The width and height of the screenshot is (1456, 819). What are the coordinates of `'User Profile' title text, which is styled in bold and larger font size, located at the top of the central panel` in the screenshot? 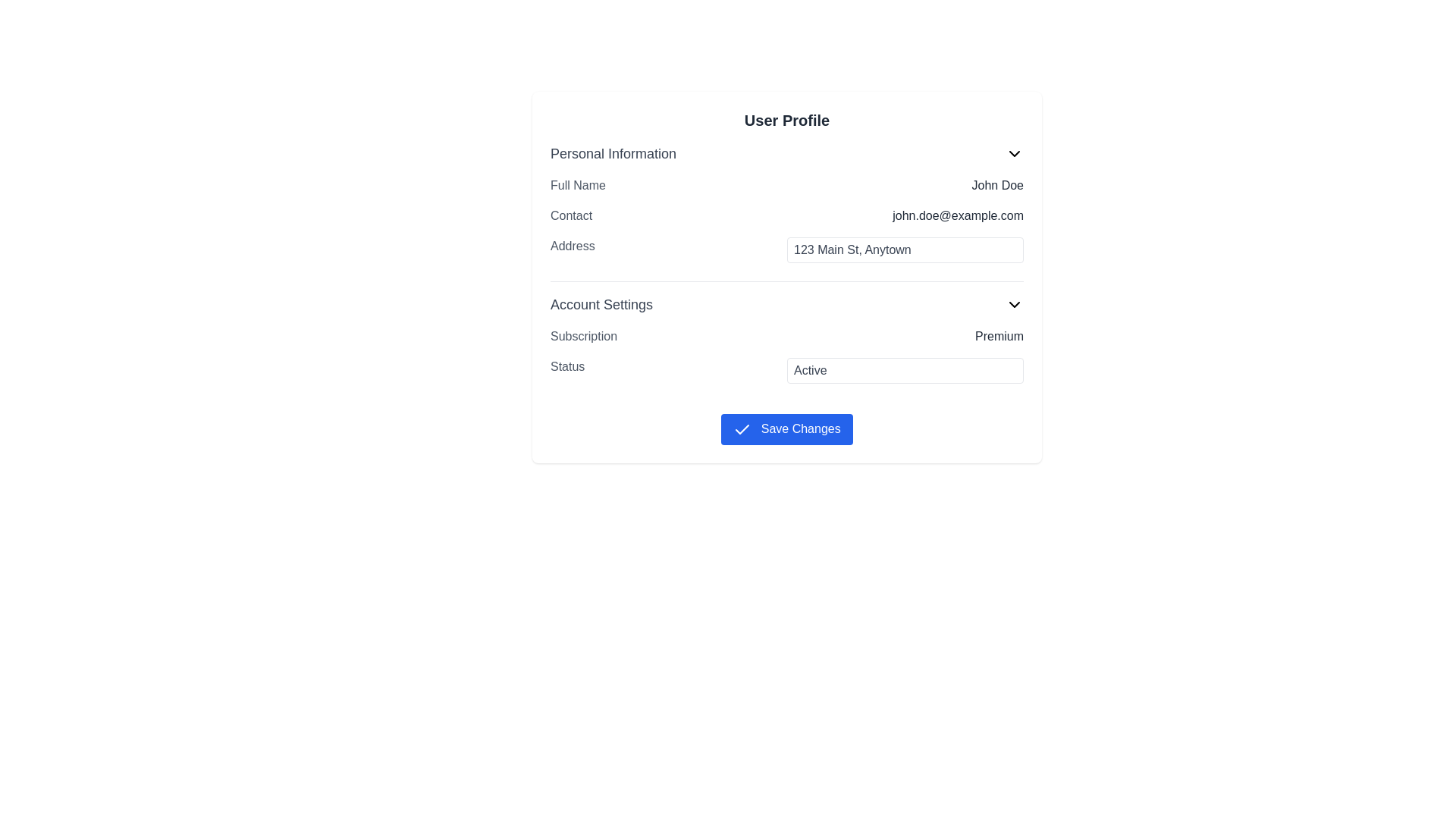 It's located at (786, 119).